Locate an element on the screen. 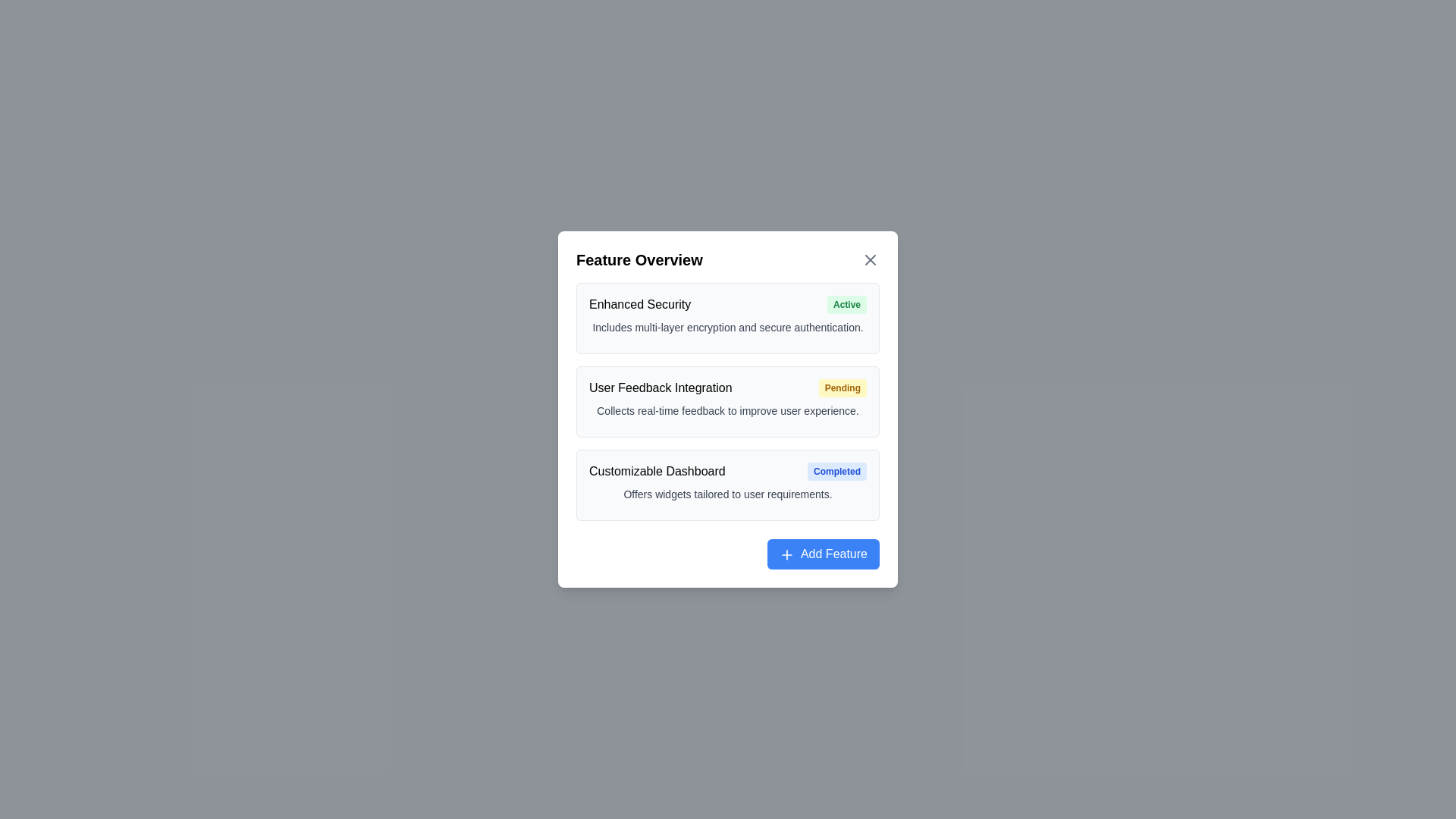 This screenshot has height=819, width=1456. the button located at the bottom-right corner of the card layout is located at coordinates (728, 554).